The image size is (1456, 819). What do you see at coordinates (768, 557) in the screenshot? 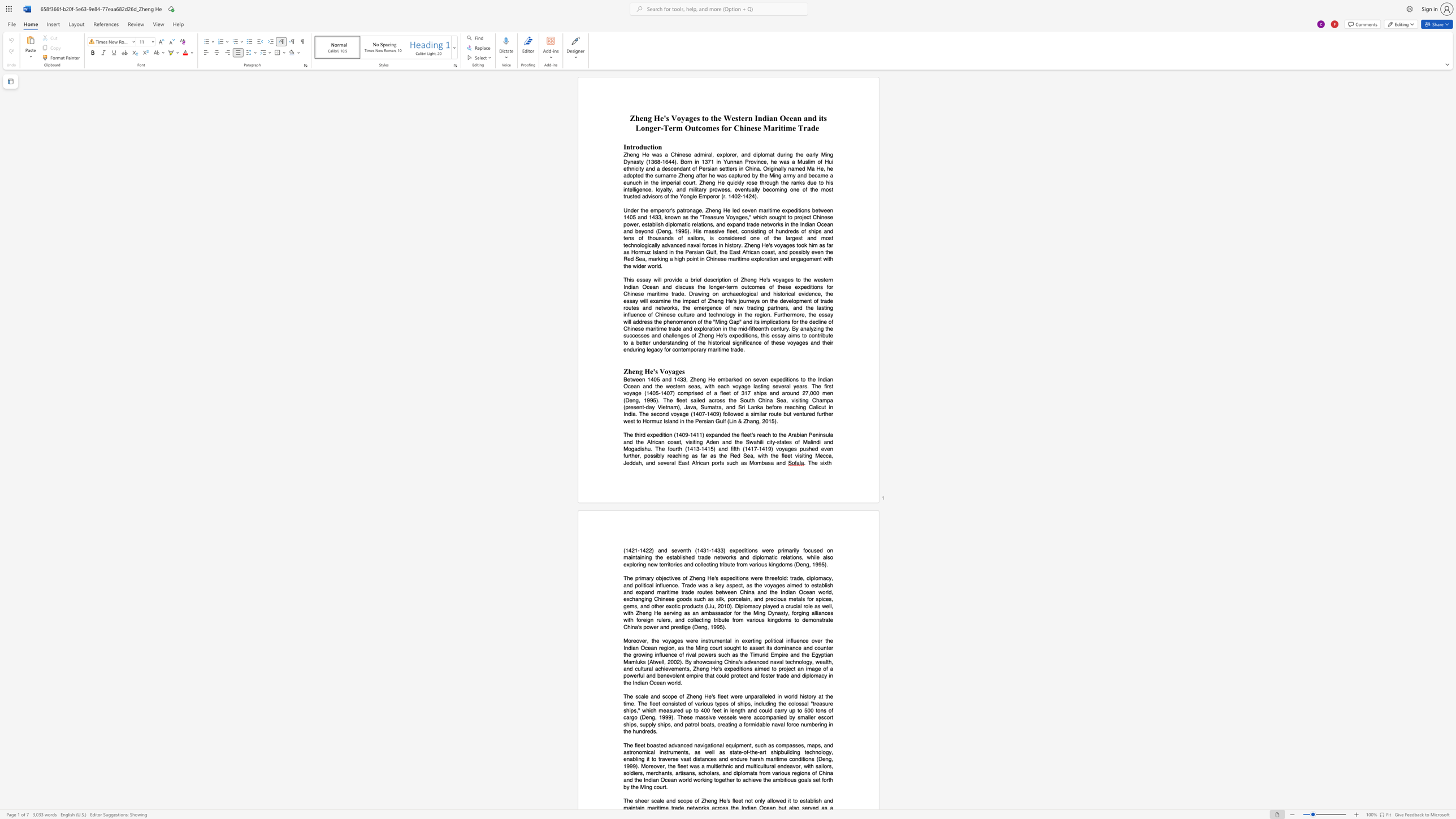
I see `the space between the continuous character "m" and "a" in the text` at bounding box center [768, 557].